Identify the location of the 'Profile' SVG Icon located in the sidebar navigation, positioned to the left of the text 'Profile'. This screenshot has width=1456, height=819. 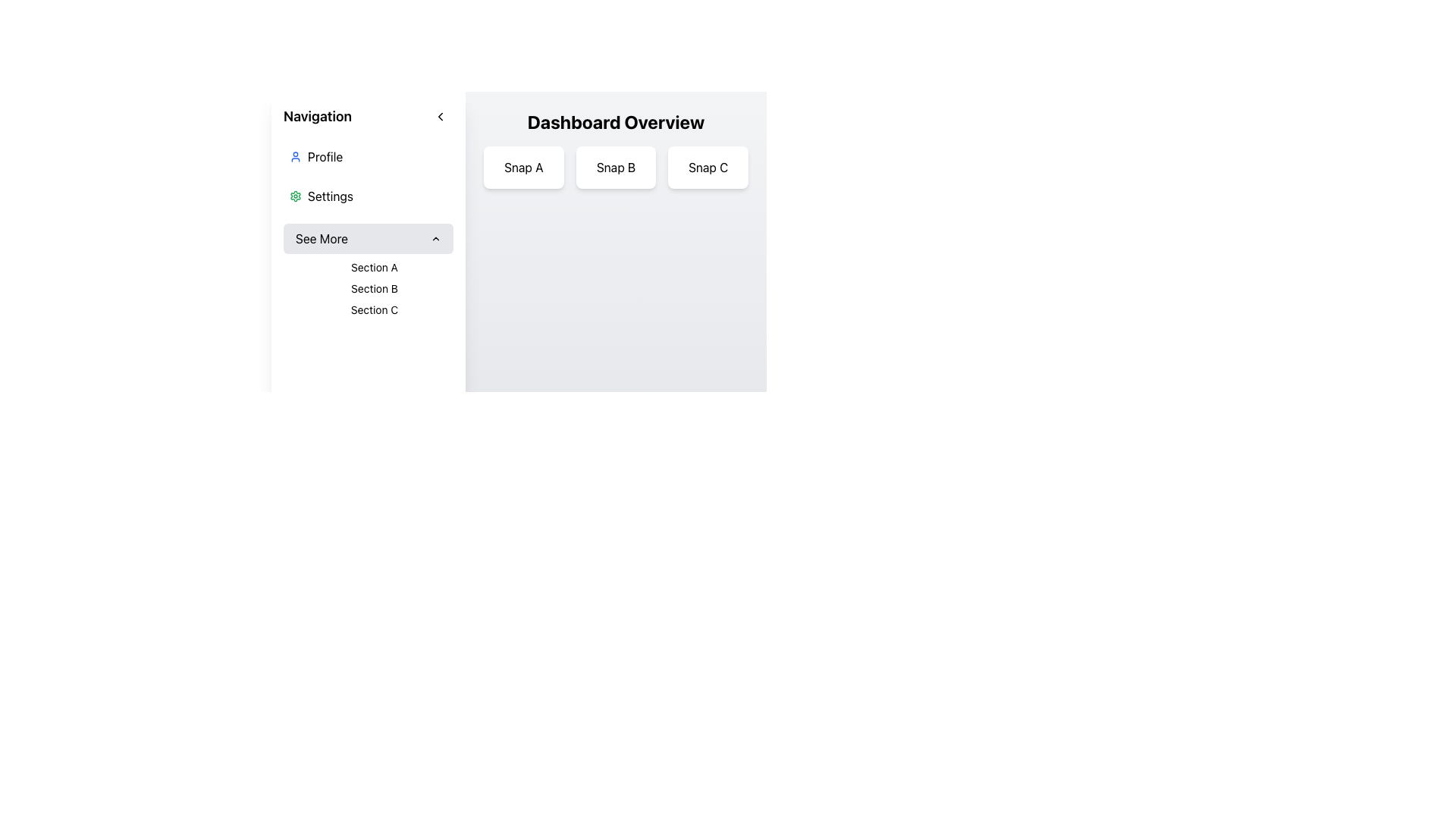
(295, 157).